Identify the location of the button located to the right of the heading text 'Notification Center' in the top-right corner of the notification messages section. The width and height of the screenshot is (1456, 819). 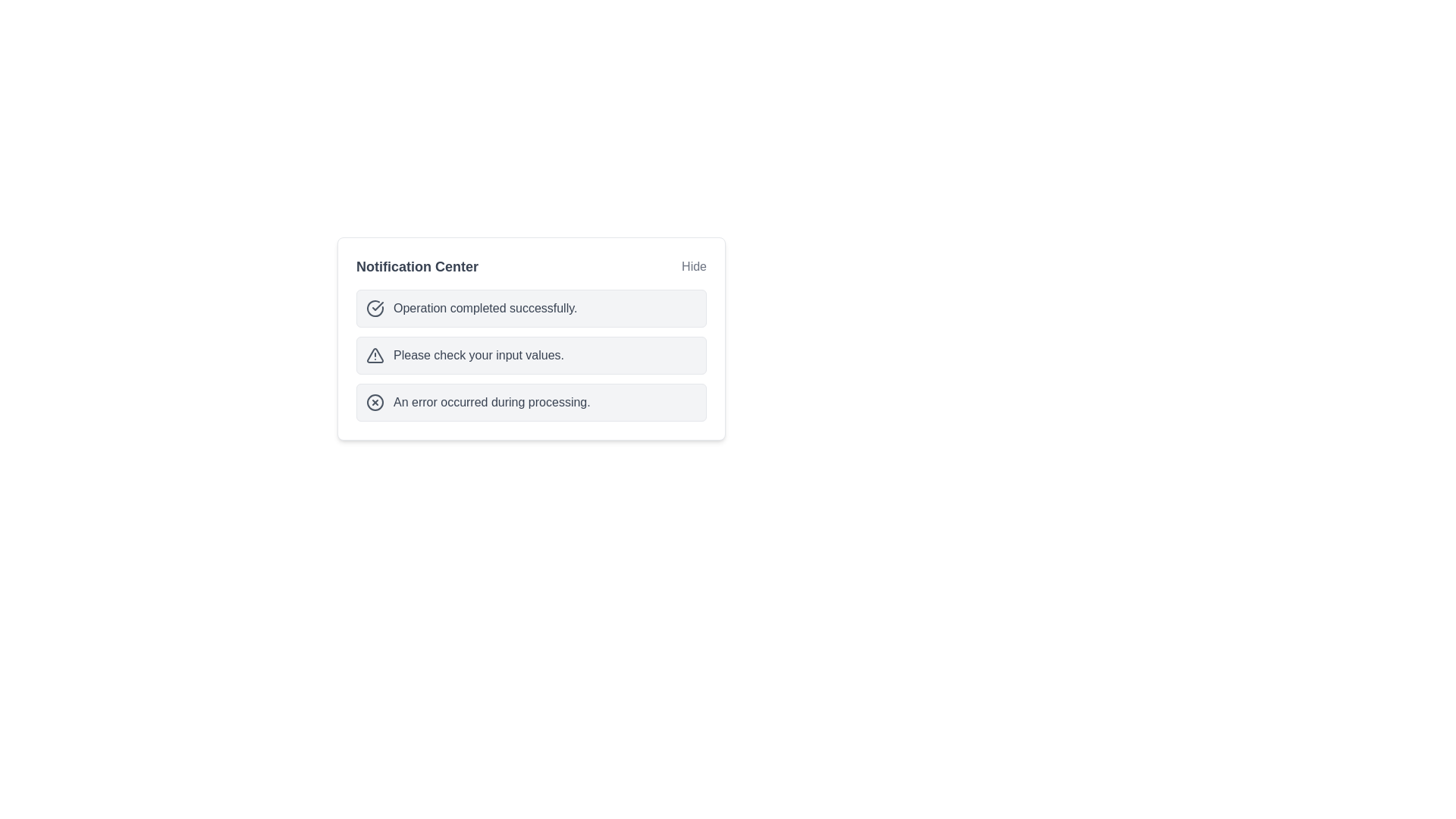
(693, 265).